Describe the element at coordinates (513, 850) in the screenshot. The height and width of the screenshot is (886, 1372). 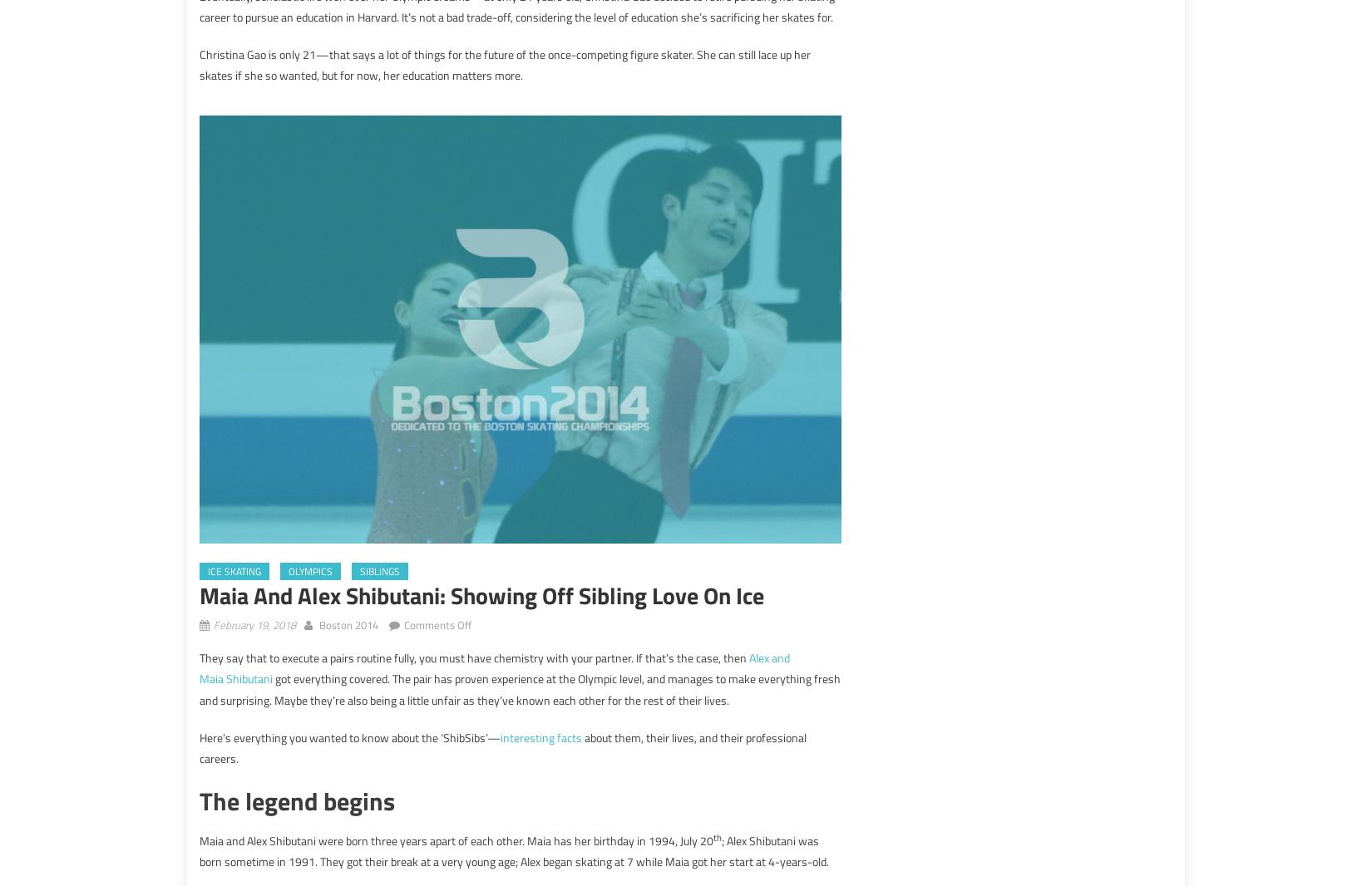
I see `'; Alex Shibutani was born sometime in 1991. They got their break at a very young age; Alex began skating at 7 while Maia got her start at 4-years-old.'` at that location.